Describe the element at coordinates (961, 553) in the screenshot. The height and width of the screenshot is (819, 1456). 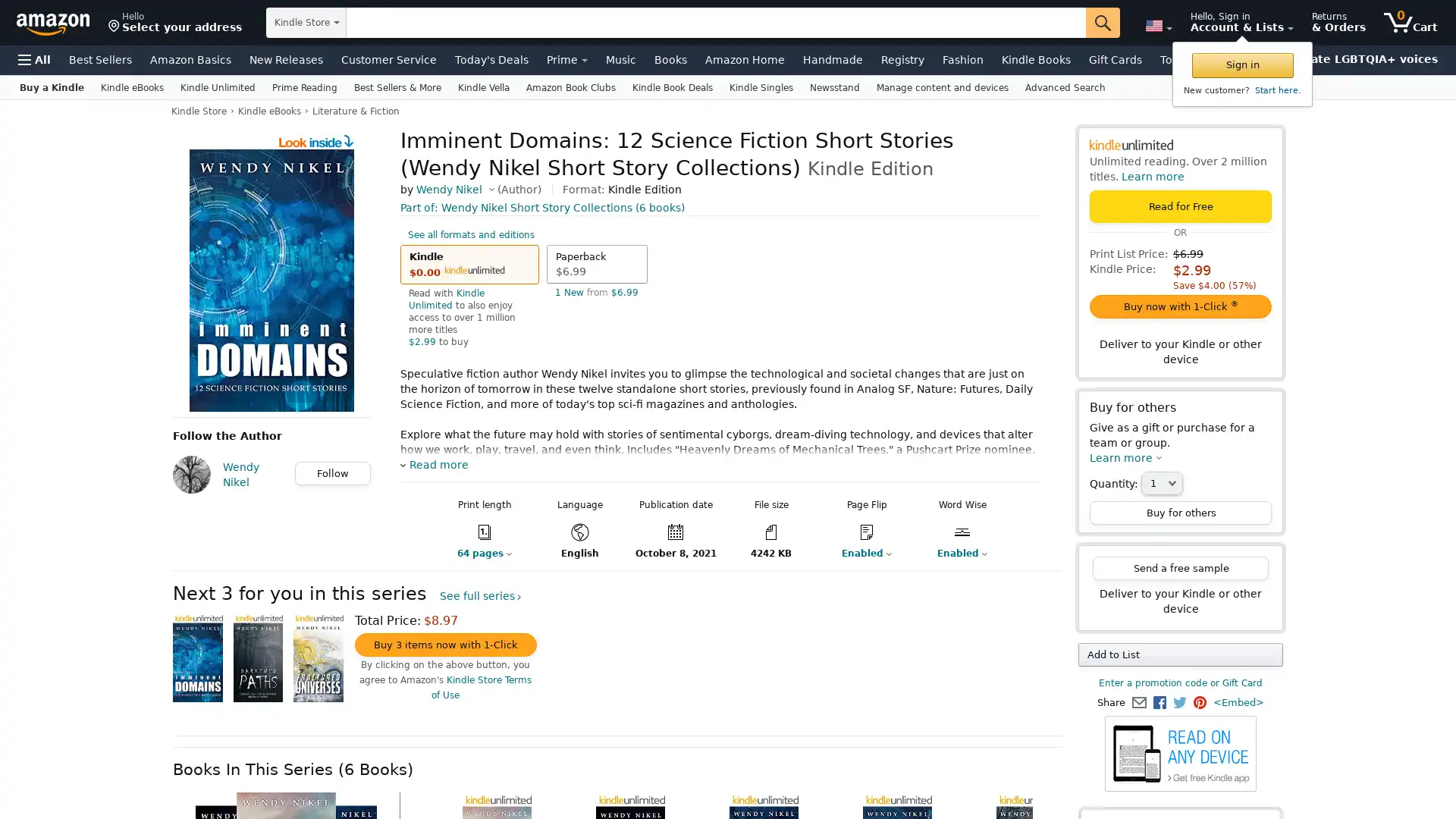
I see `Enabled` at that location.